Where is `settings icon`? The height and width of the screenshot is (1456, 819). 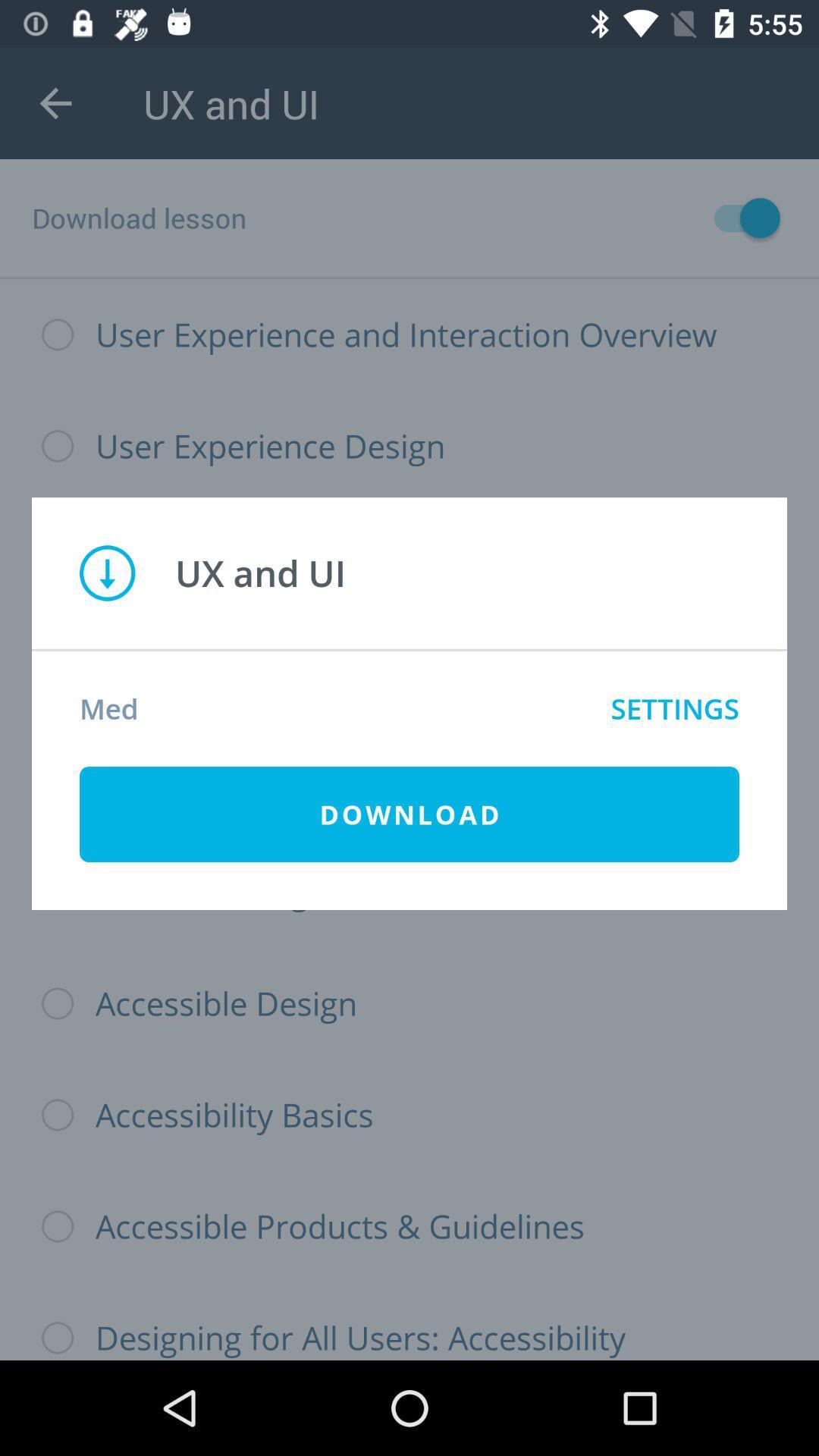
settings icon is located at coordinates (674, 708).